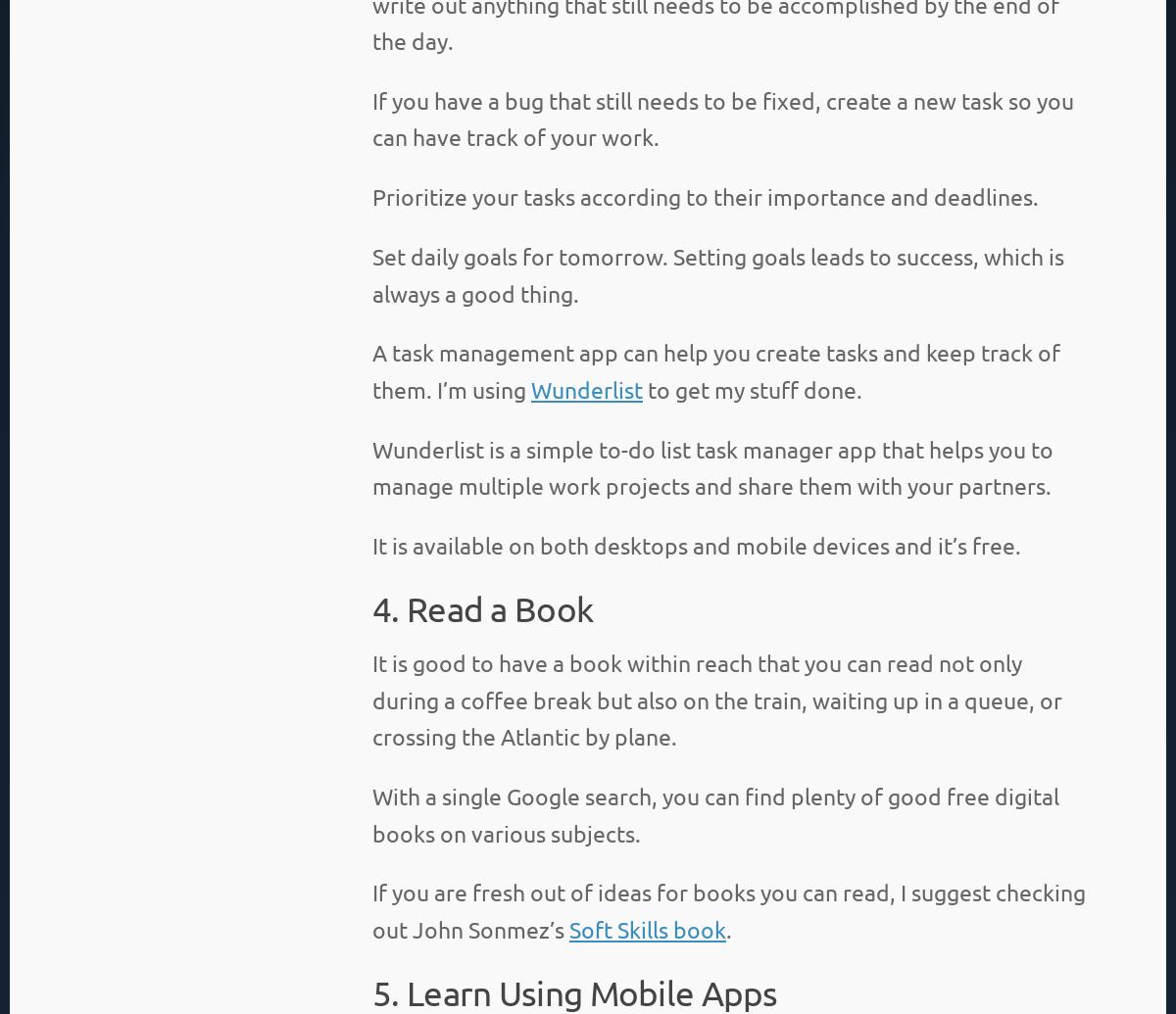 Image resolution: width=1176 pixels, height=1014 pixels. What do you see at coordinates (717, 699) in the screenshot?
I see `'It is good to have a book within reach that you can read not only during a coffee break but also on the train, waiting up in a queue, or crossing the Atlantic by plane.'` at bounding box center [717, 699].